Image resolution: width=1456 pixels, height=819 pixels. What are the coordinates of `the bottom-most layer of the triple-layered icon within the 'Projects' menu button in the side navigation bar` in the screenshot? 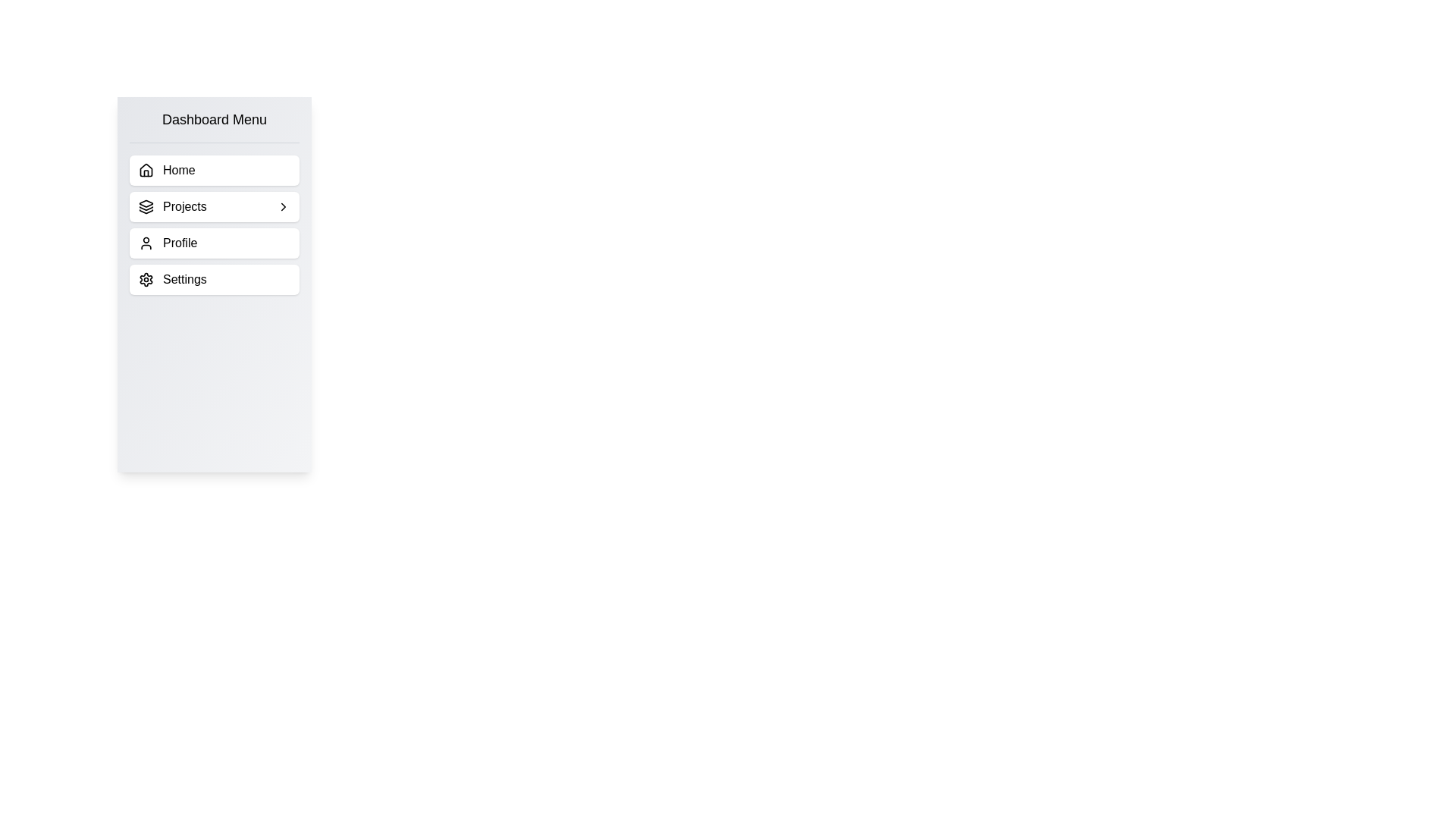 It's located at (146, 212).